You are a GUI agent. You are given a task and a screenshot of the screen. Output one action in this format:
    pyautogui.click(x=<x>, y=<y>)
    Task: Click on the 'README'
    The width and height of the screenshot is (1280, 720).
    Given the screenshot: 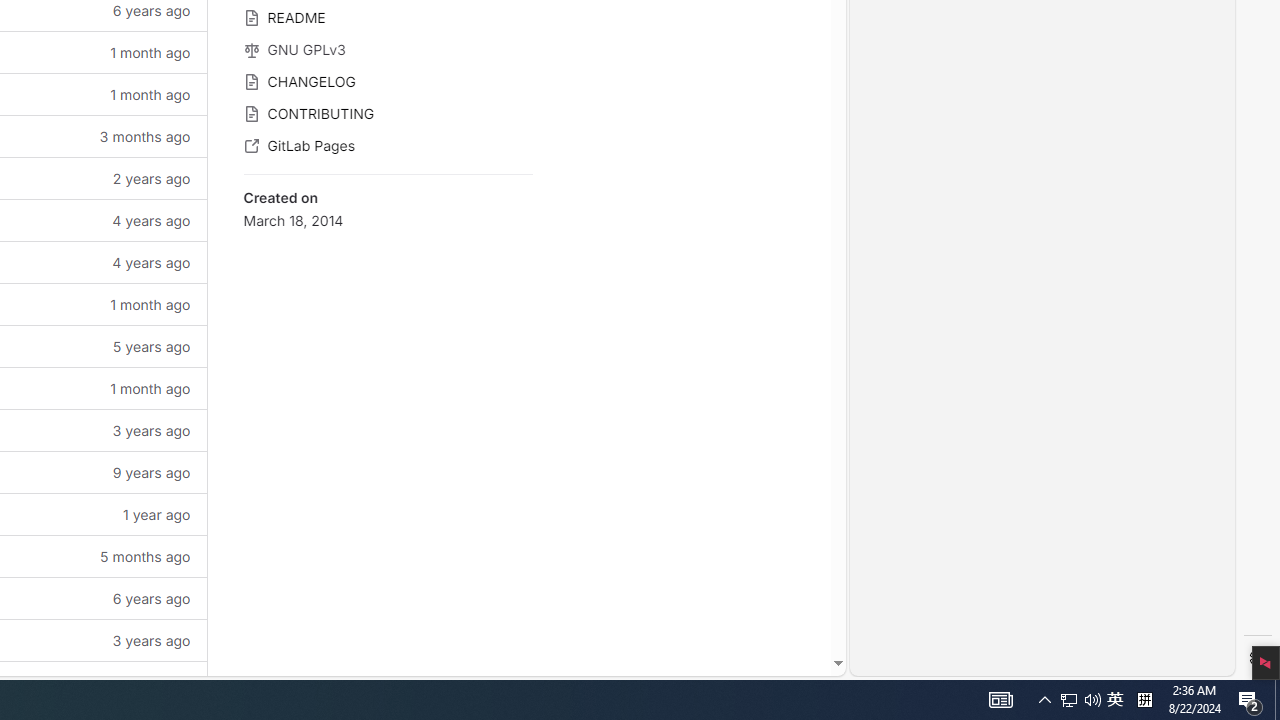 What is the action you would take?
    pyautogui.click(x=387, y=16)
    